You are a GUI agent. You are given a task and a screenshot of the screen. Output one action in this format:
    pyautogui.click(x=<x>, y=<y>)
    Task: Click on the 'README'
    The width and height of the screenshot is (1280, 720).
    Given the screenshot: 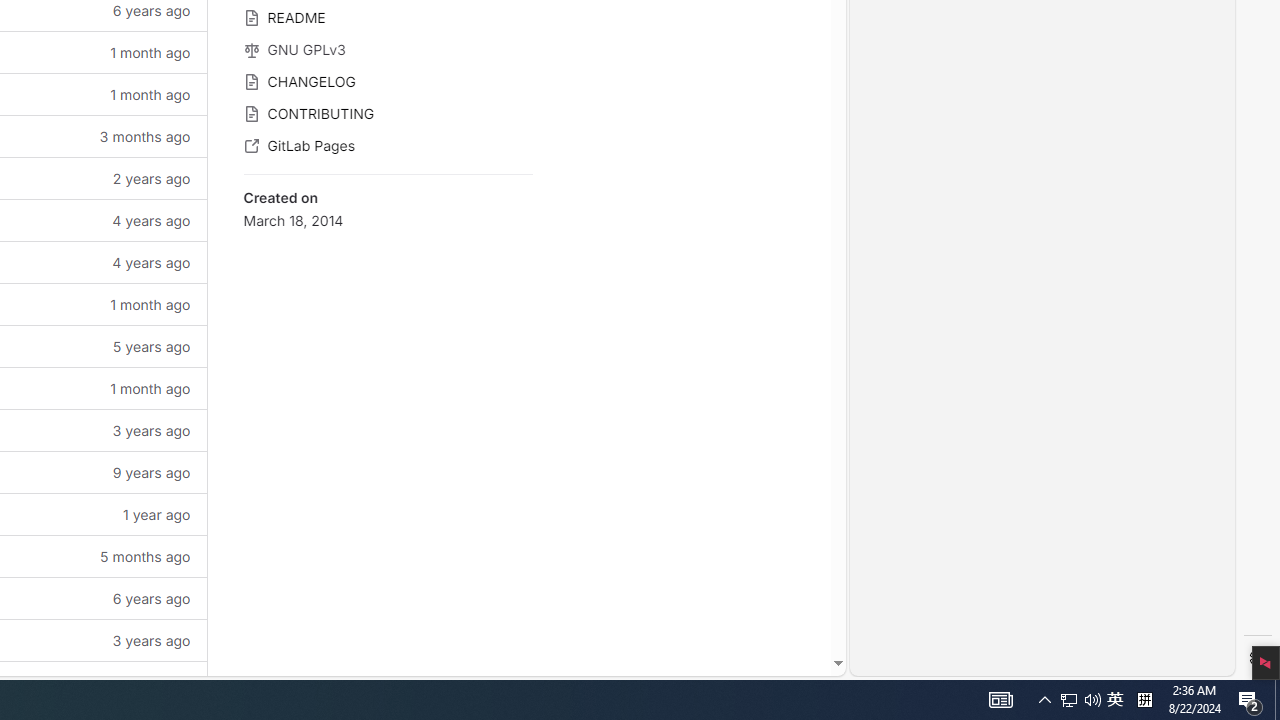 What is the action you would take?
    pyautogui.click(x=387, y=16)
    